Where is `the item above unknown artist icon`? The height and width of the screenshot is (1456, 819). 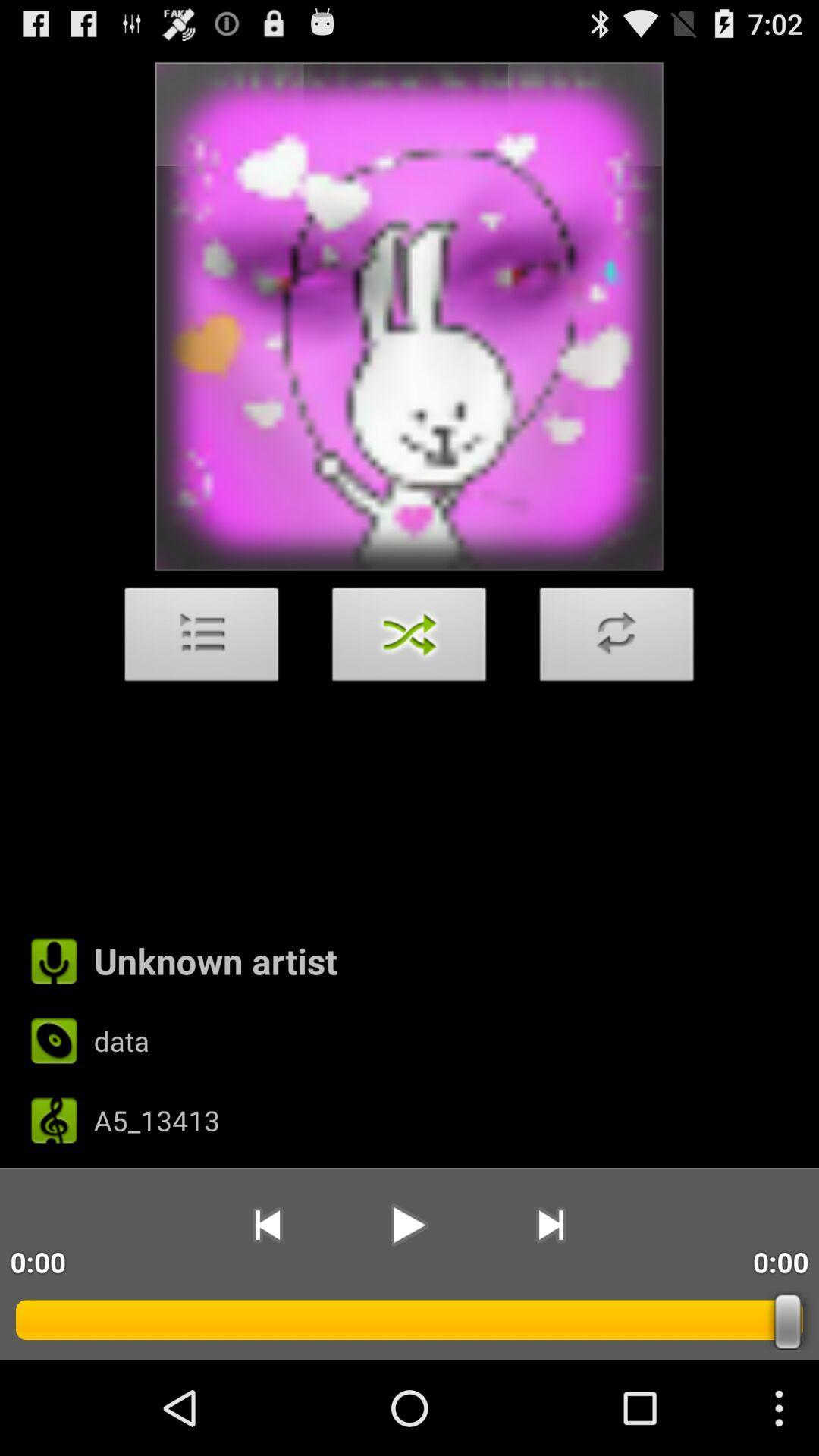
the item above unknown artist icon is located at coordinates (409, 639).